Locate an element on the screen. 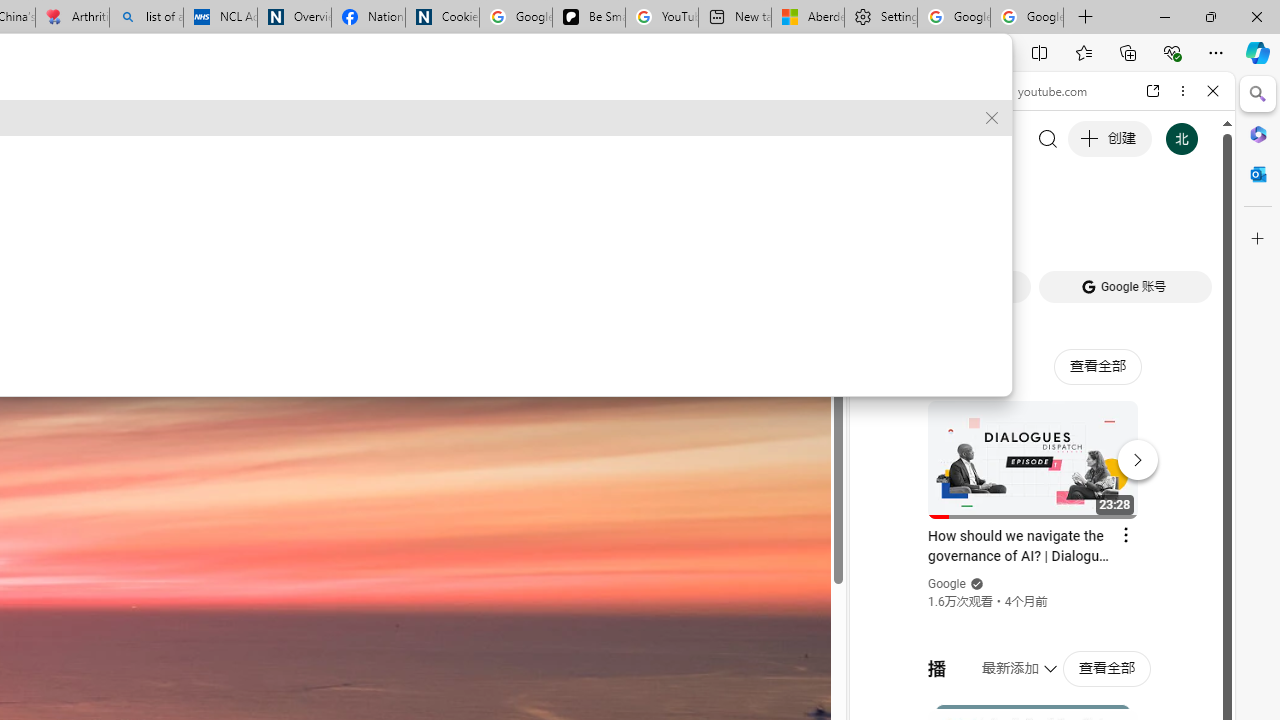 This screenshot has width=1280, height=720. 'Music' is located at coordinates (1041, 544).